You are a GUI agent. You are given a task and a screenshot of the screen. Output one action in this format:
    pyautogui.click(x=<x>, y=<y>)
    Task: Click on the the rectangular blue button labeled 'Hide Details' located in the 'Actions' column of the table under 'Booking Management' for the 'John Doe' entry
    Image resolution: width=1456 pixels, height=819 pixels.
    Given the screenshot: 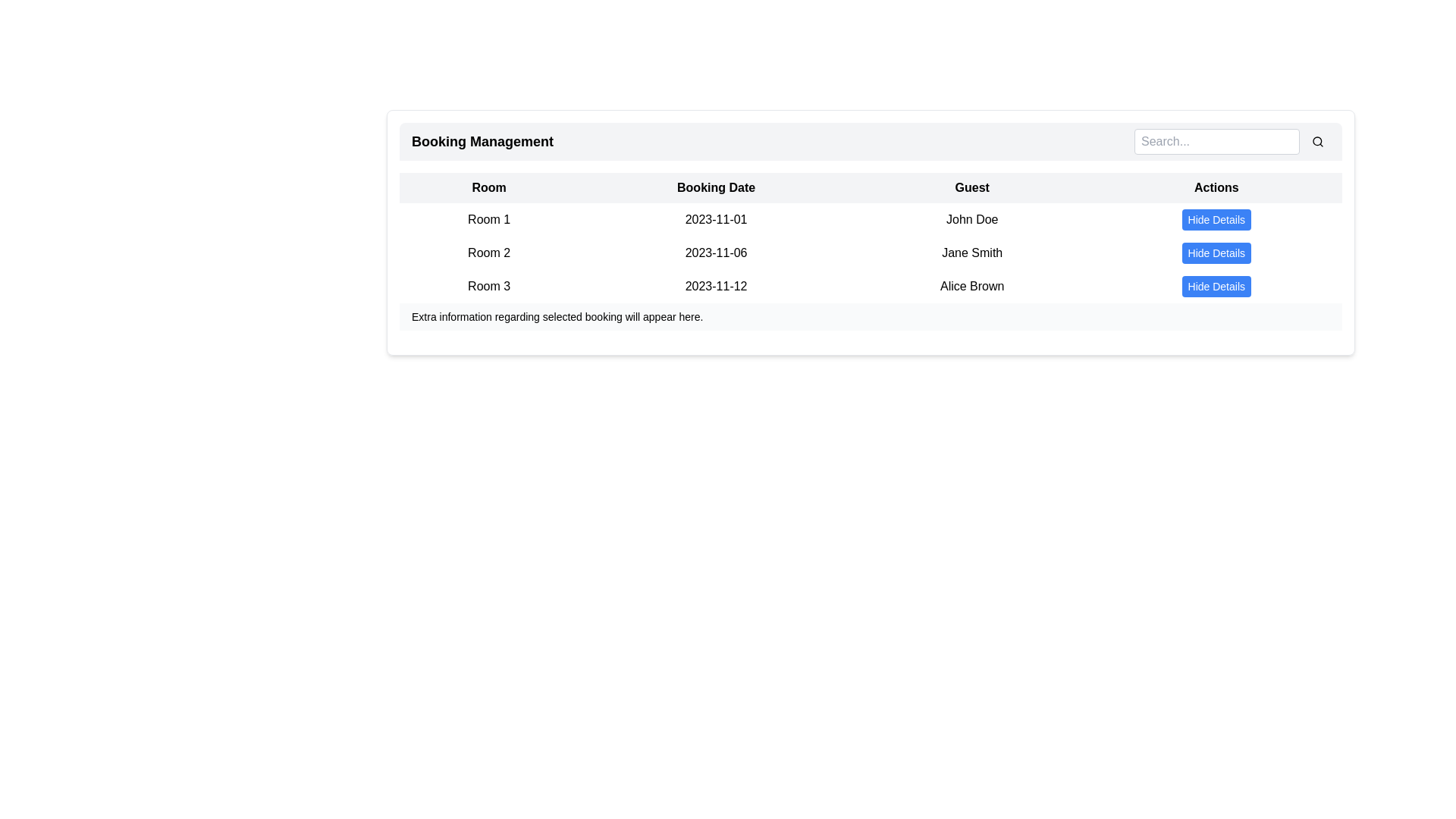 What is the action you would take?
    pyautogui.click(x=1216, y=219)
    